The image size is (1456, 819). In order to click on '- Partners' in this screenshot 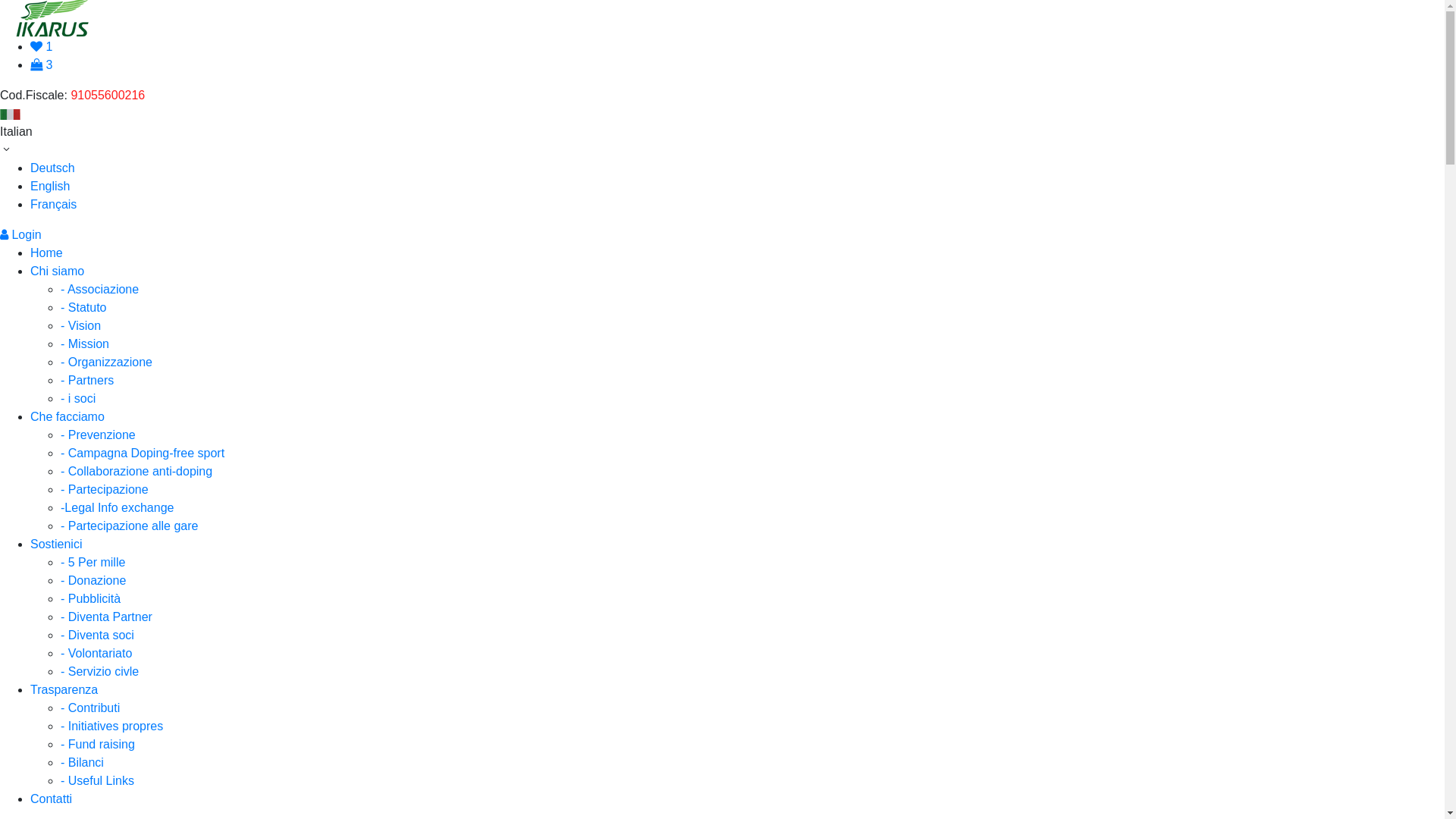, I will do `click(86, 379)`.